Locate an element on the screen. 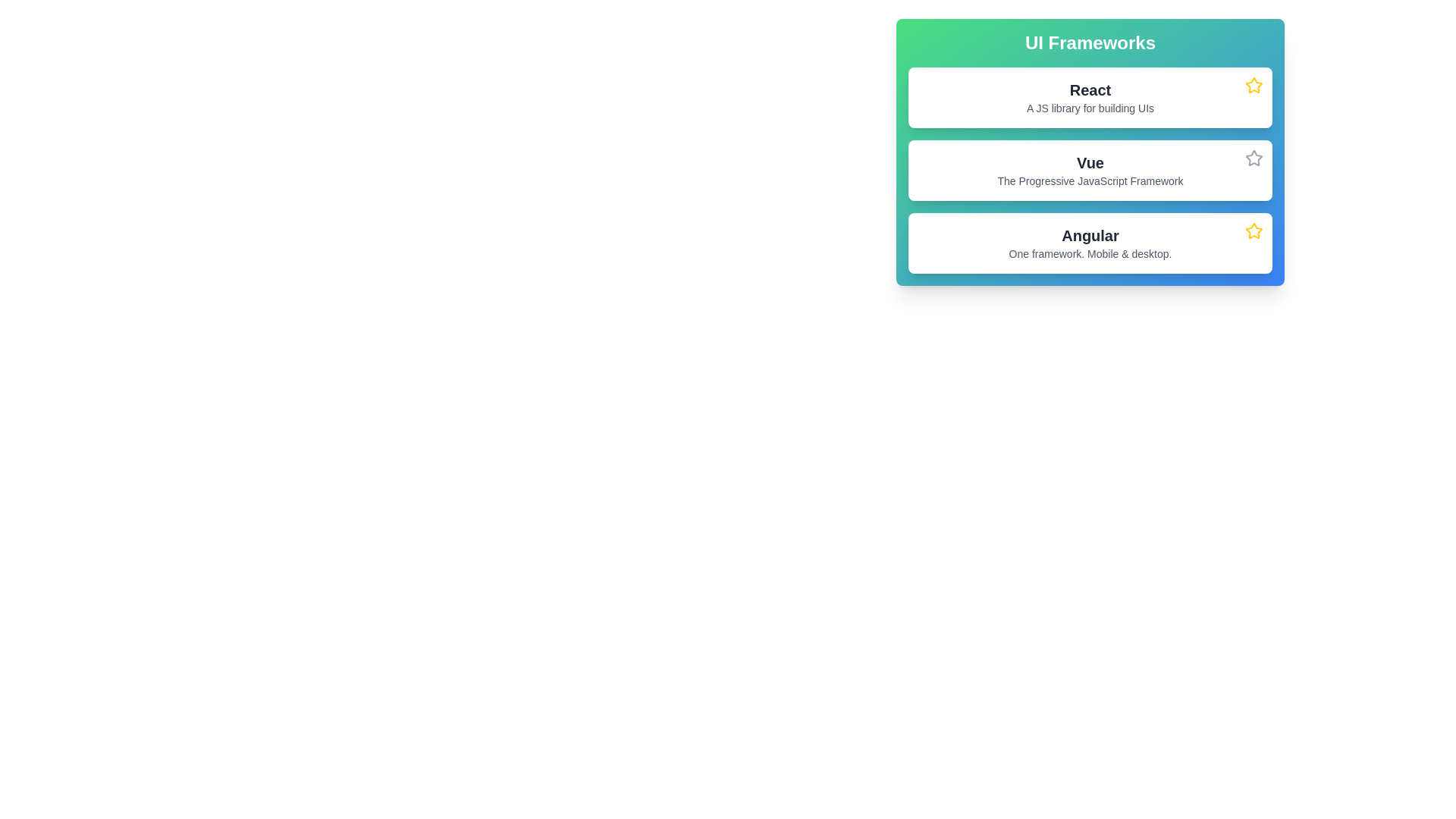 The height and width of the screenshot is (819, 1456). the icon indicating the rating or selection status for the 'Vue' framework, which is located on the far right of the second row is located at coordinates (1254, 158).